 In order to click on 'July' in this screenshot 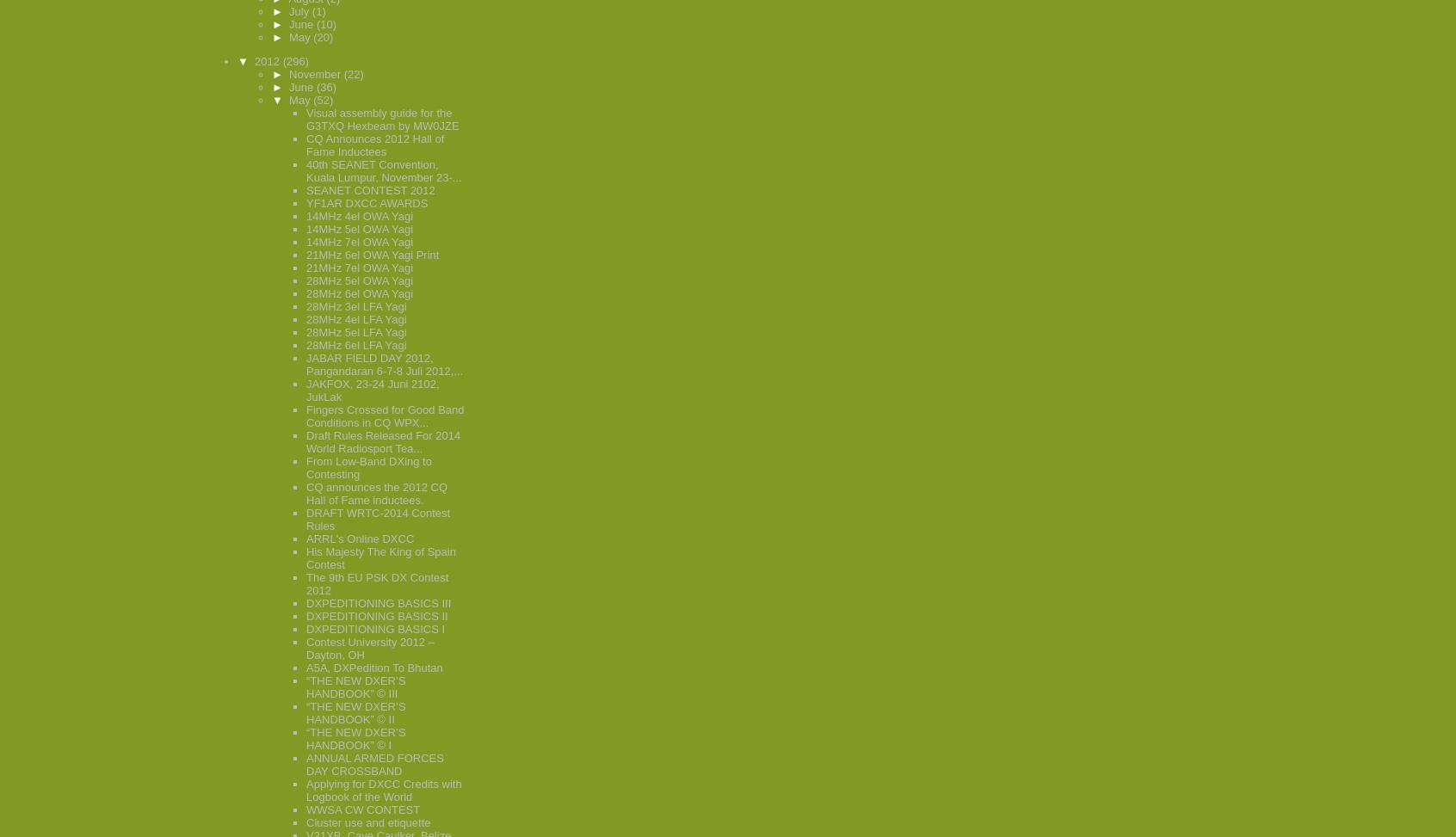, I will do `click(288, 11)`.